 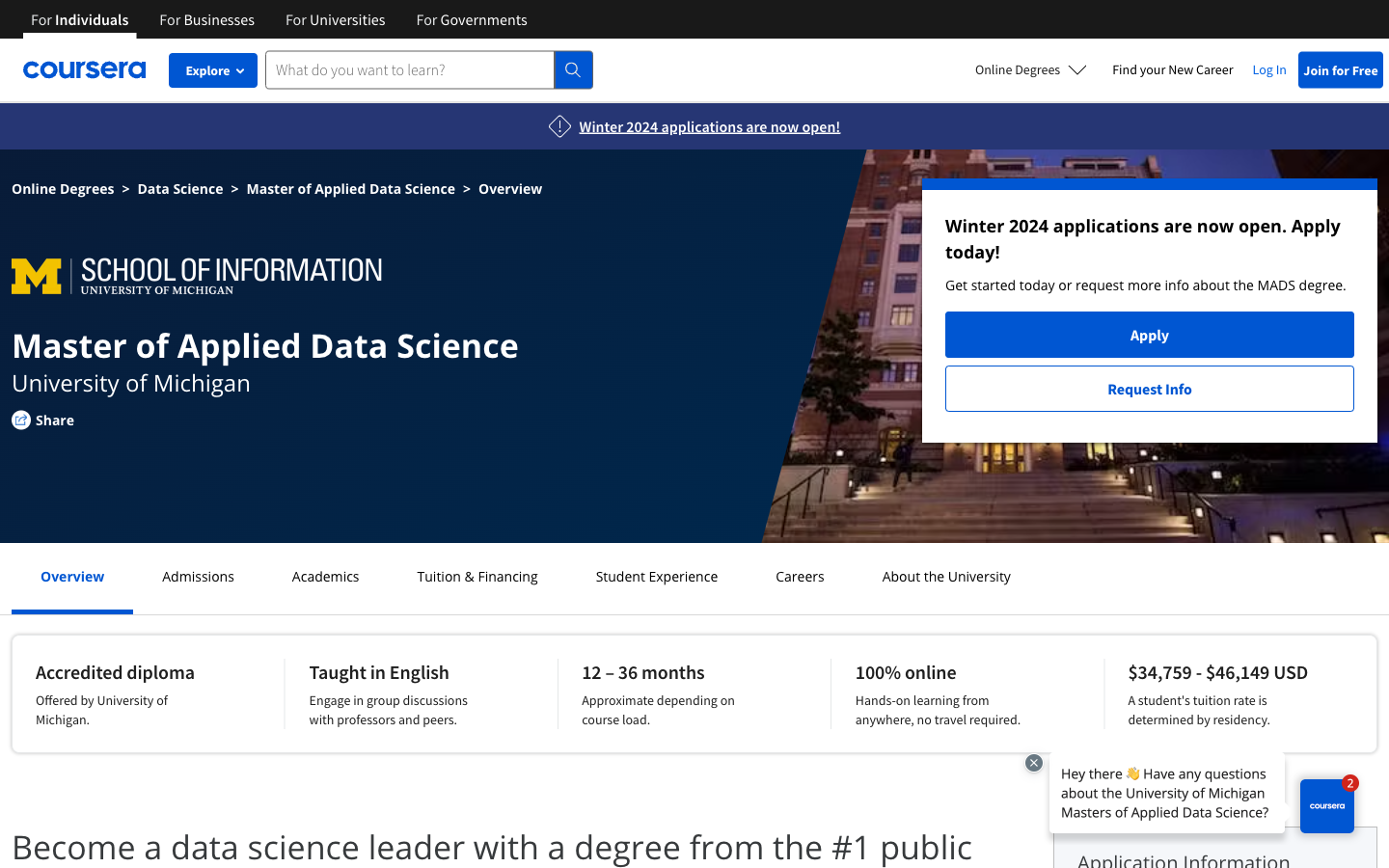 What do you see at coordinates (1341, 68) in the screenshot?
I see `Register on Coursera at no cost` at bounding box center [1341, 68].